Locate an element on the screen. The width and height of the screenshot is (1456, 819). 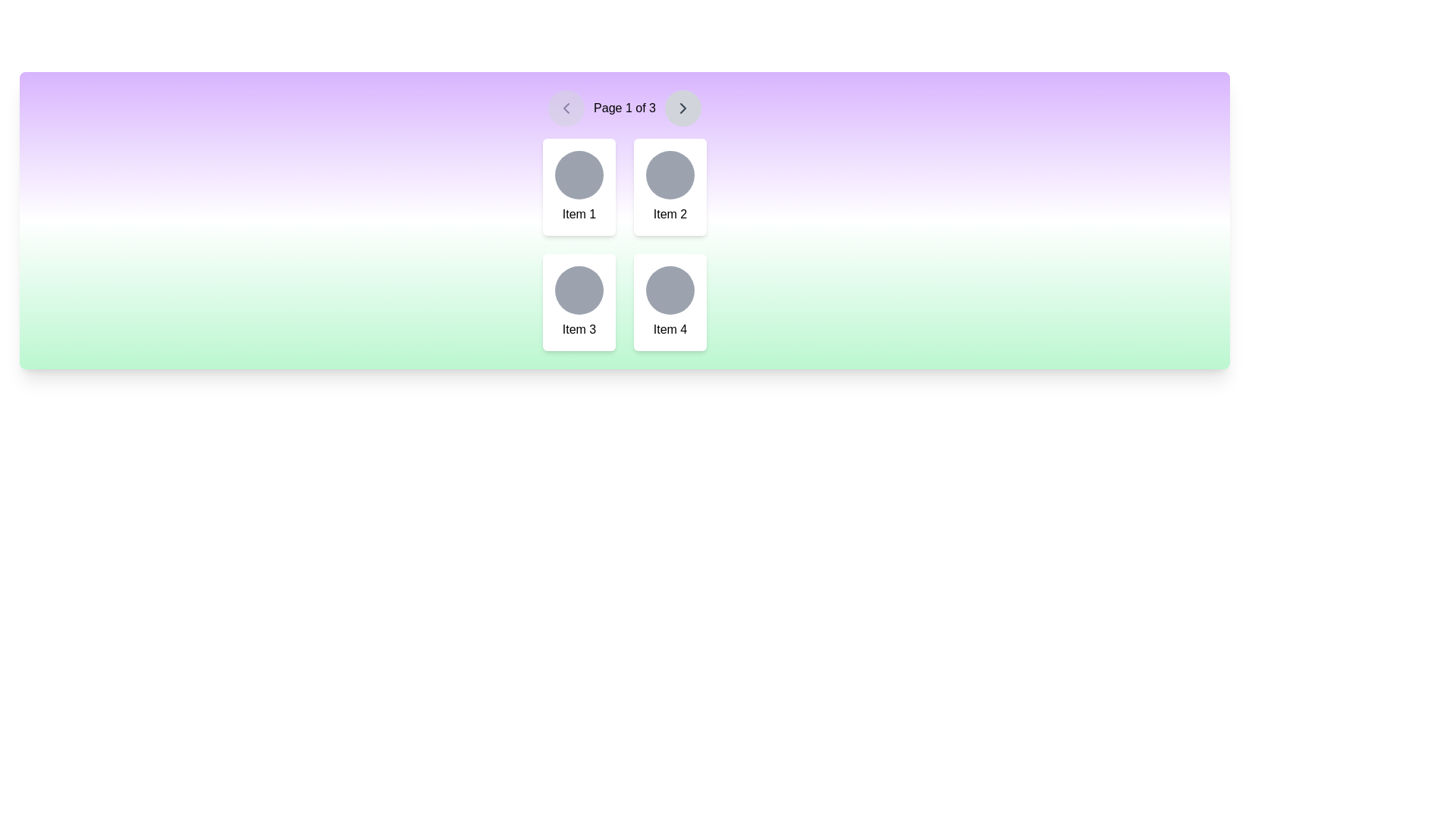
the static text display that shows the current page and total number of pages in the pagination bar, centrally placed between left and right chevron buttons is located at coordinates (625, 107).